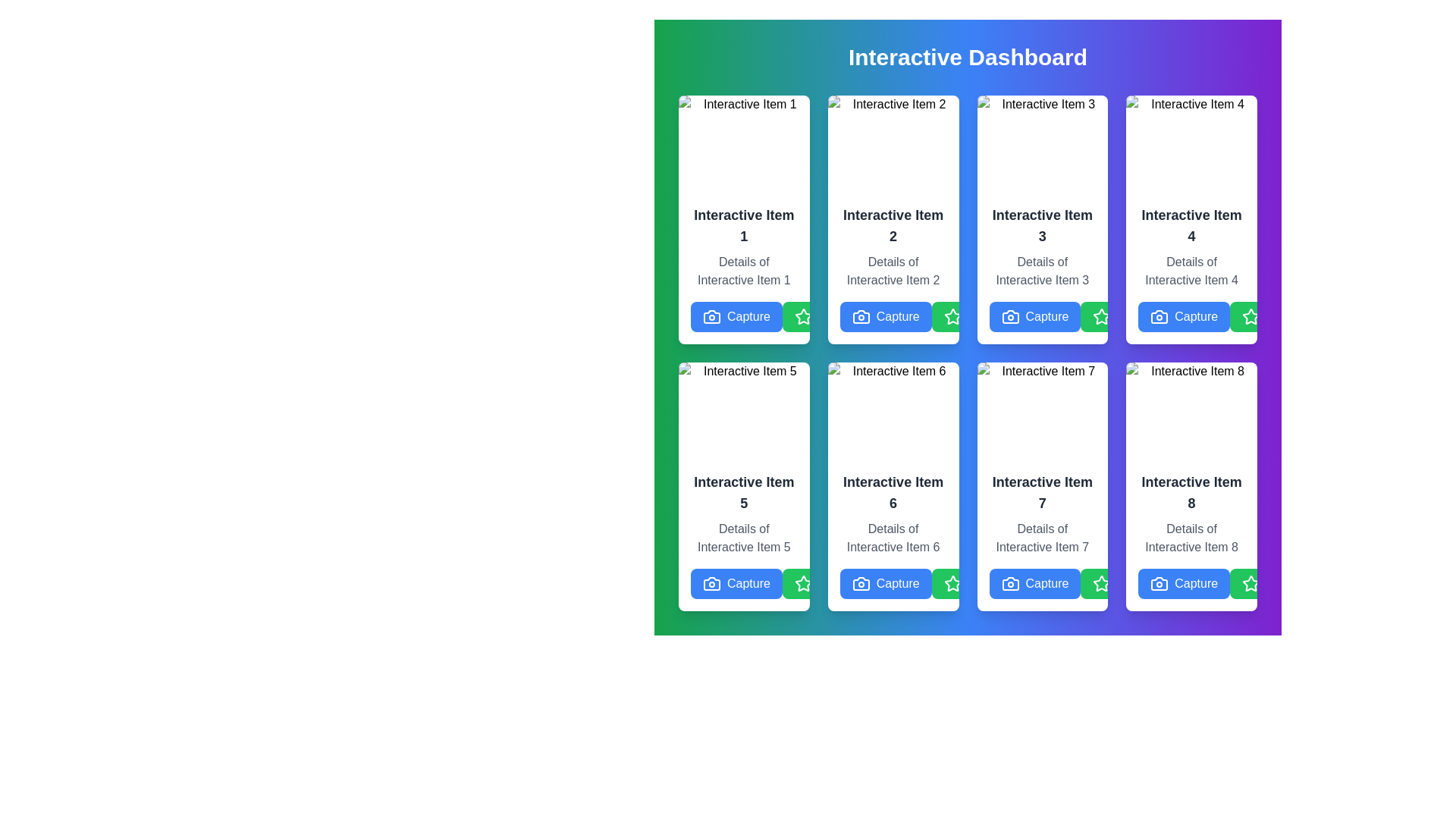  Describe the element at coordinates (977, 583) in the screenshot. I see `the green 'Favorite' button with a white star icon located between the blue 'Capture' button and the red 'Like' button at the bottom of the interactive item 6 card` at that location.